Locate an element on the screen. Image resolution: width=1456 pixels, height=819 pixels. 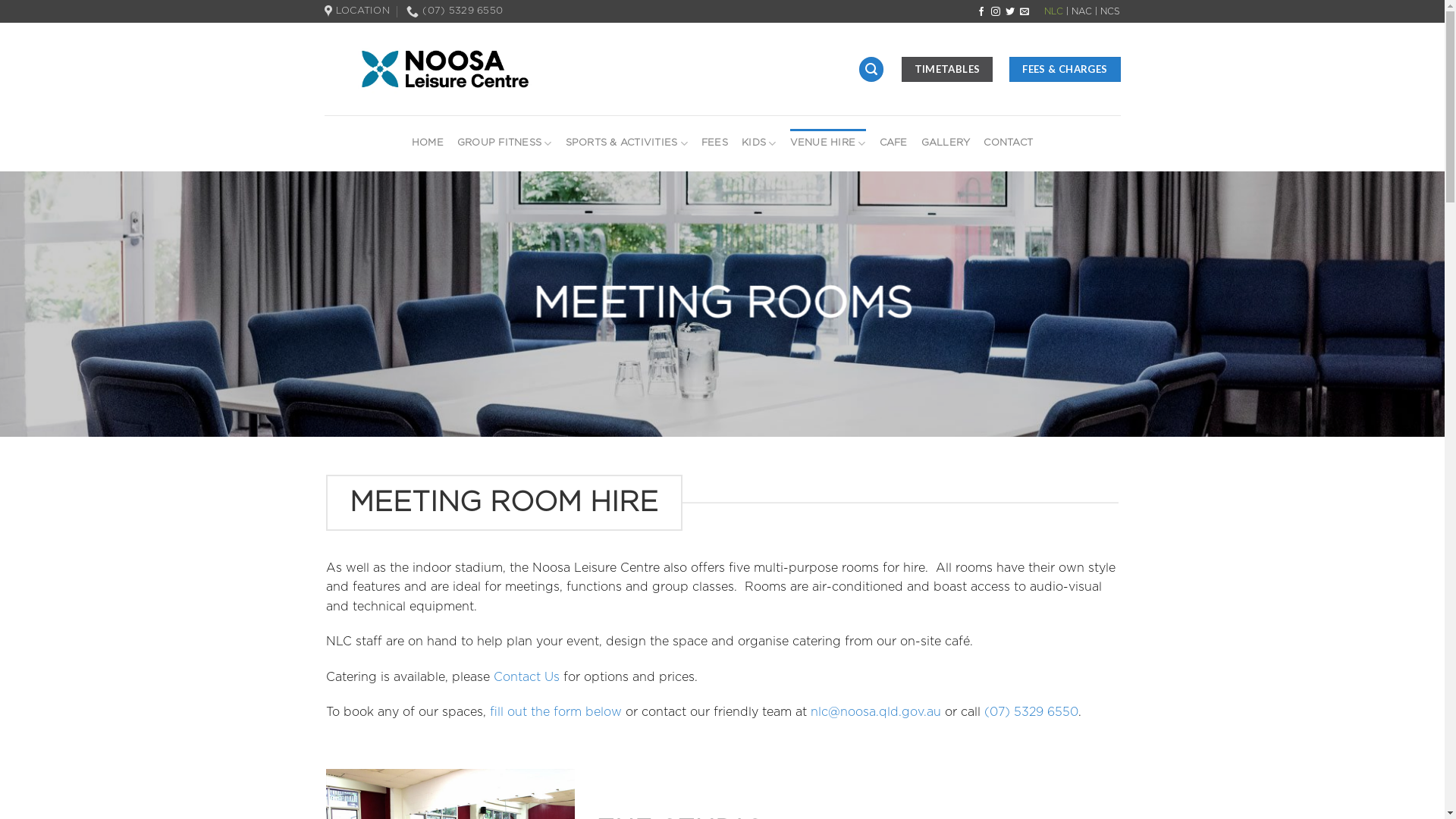
'LOCATION' is located at coordinates (356, 11).